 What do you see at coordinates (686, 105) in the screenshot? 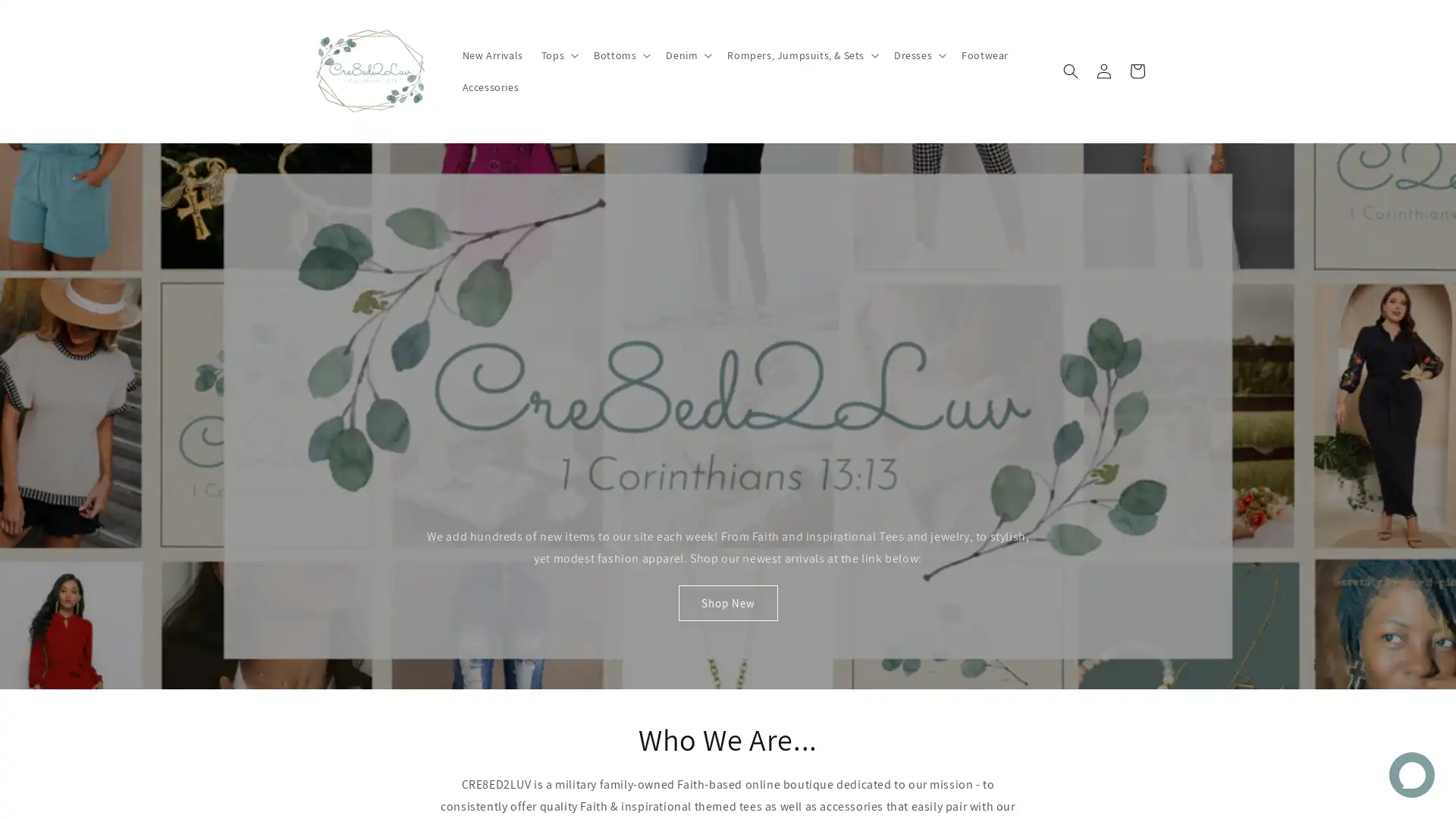
I see `Denim` at bounding box center [686, 105].